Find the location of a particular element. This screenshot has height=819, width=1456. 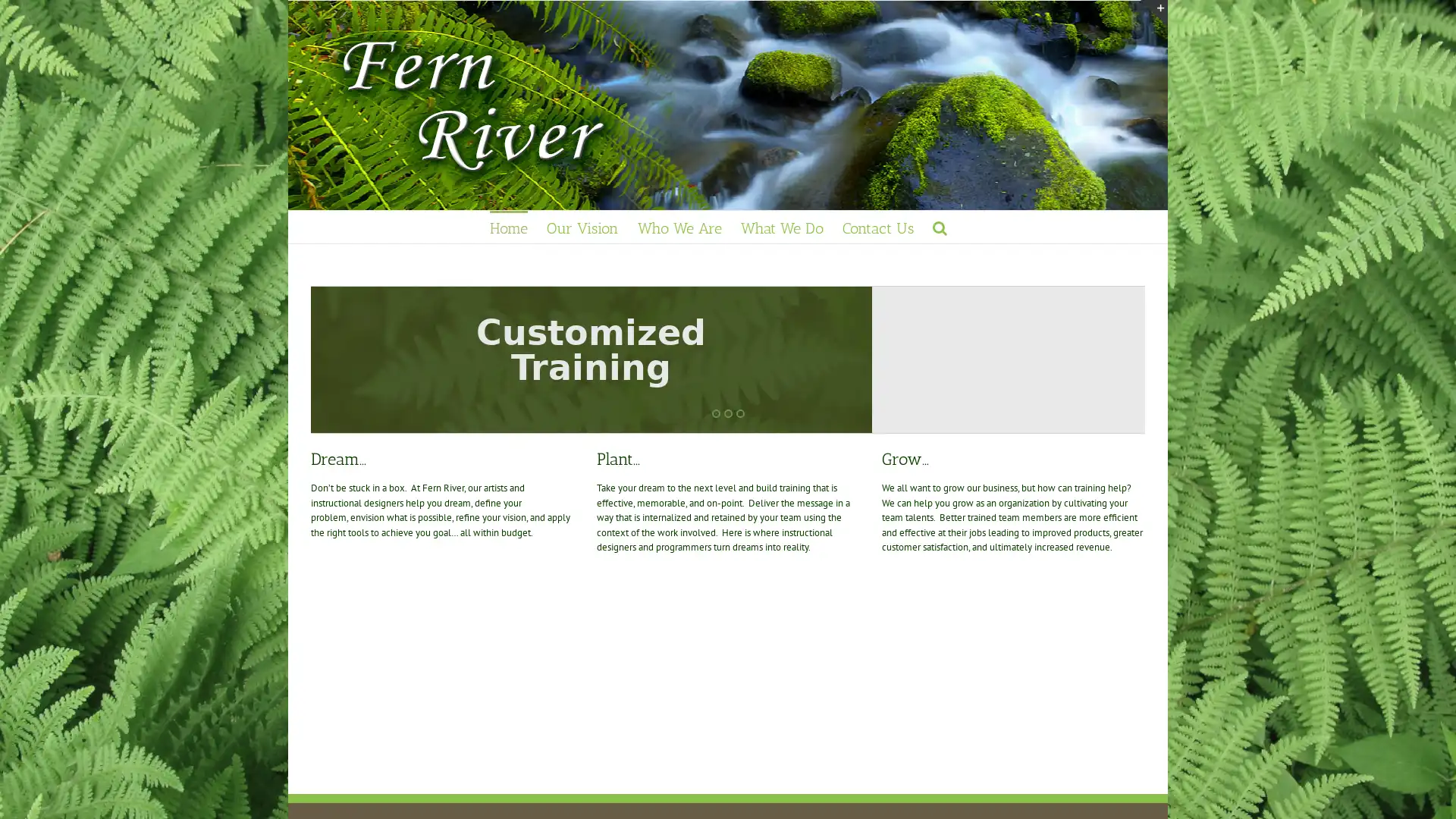

Search is located at coordinates (939, 227).